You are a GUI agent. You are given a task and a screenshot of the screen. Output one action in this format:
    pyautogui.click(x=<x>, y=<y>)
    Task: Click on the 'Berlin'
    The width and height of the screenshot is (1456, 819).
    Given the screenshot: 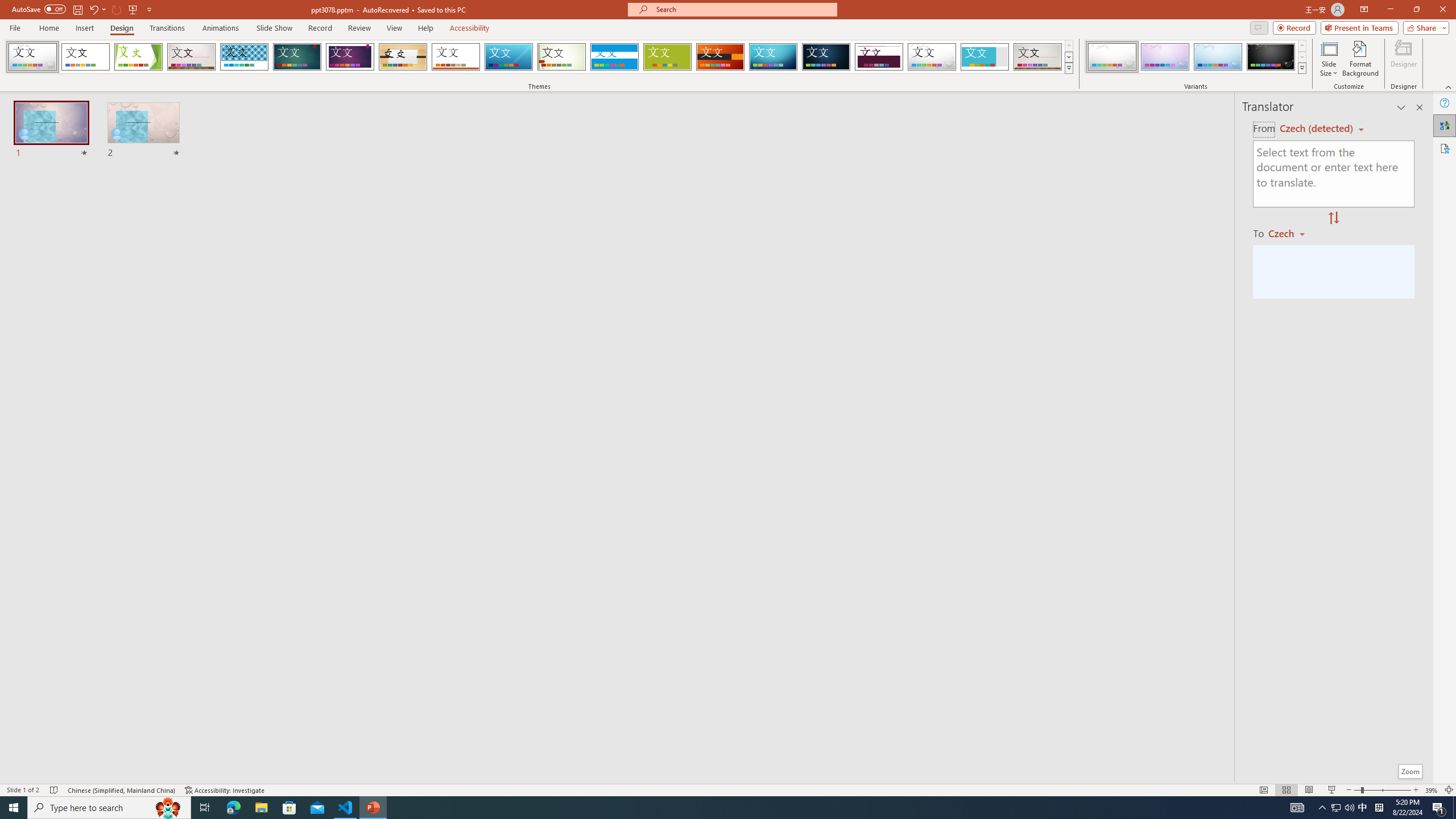 What is the action you would take?
    pyautogui.click(x=721, y=56)
    